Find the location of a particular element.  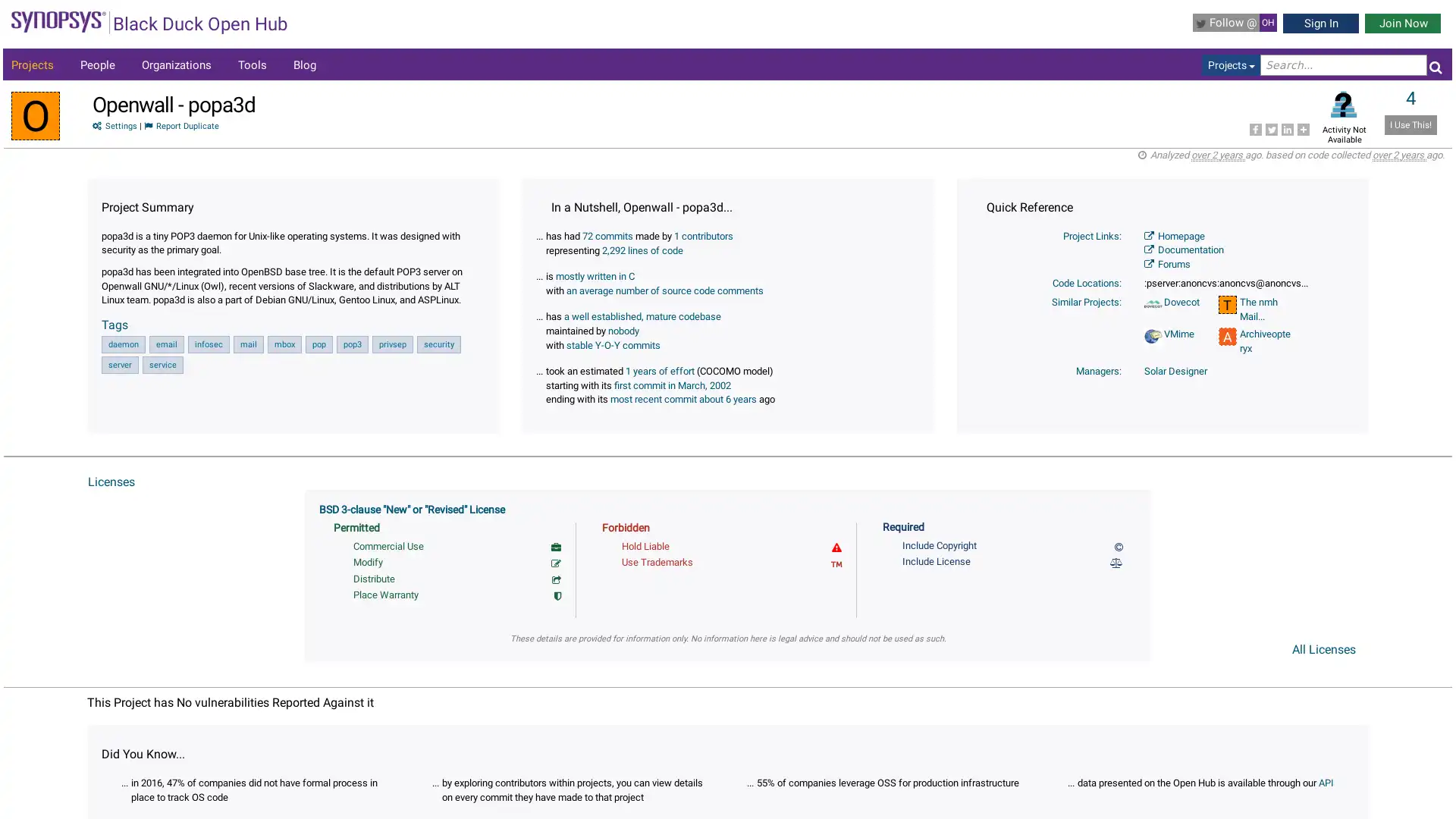

Share to Facebook is located at coordinates (1255, 128).